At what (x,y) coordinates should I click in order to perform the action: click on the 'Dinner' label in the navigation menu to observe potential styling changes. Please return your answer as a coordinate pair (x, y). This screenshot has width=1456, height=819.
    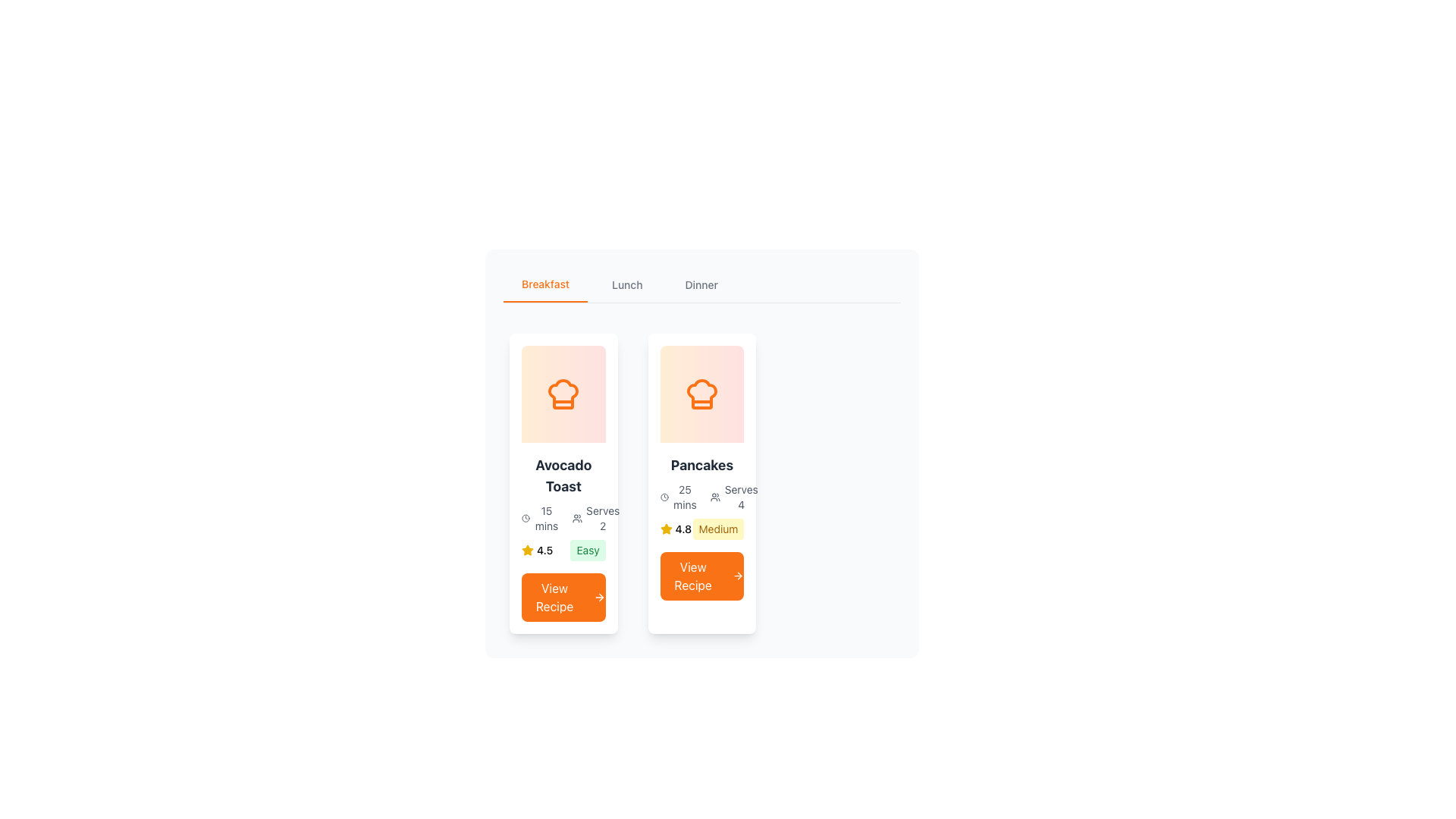
    Looking at the image, I should click on (701, 284).